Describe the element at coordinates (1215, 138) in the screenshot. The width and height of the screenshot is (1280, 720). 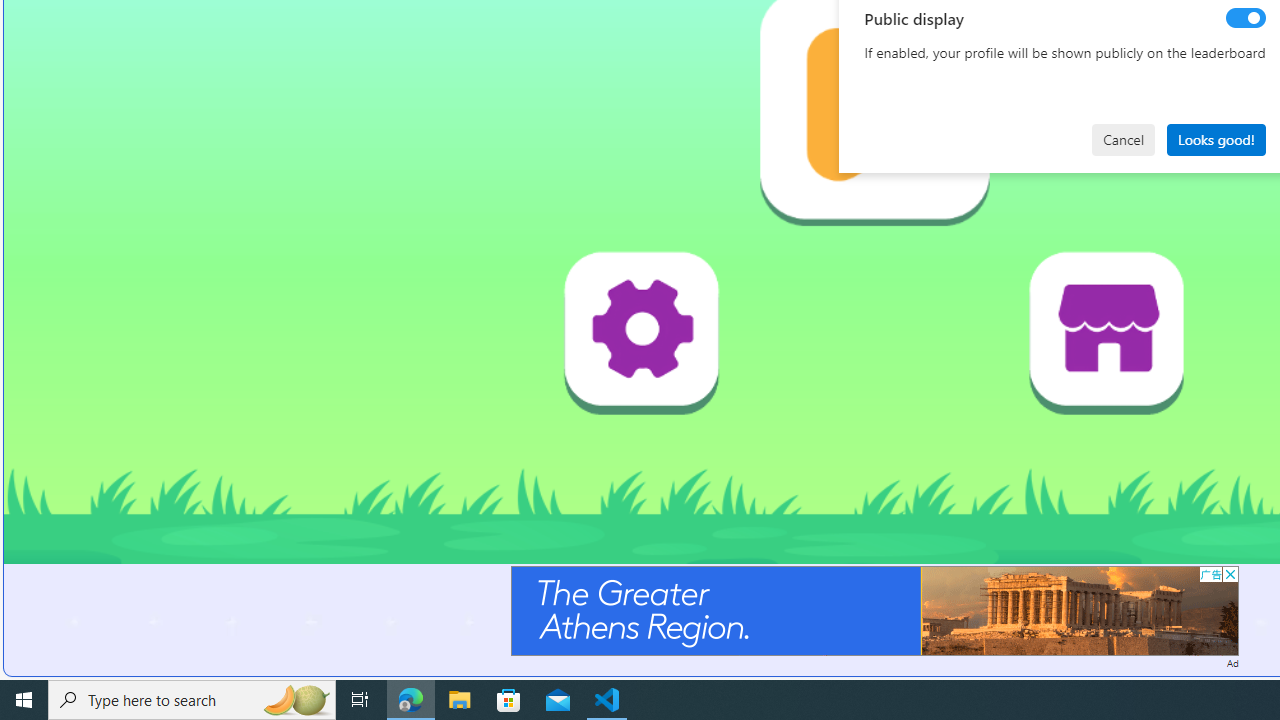
I see `'Looks good!'` at that location.